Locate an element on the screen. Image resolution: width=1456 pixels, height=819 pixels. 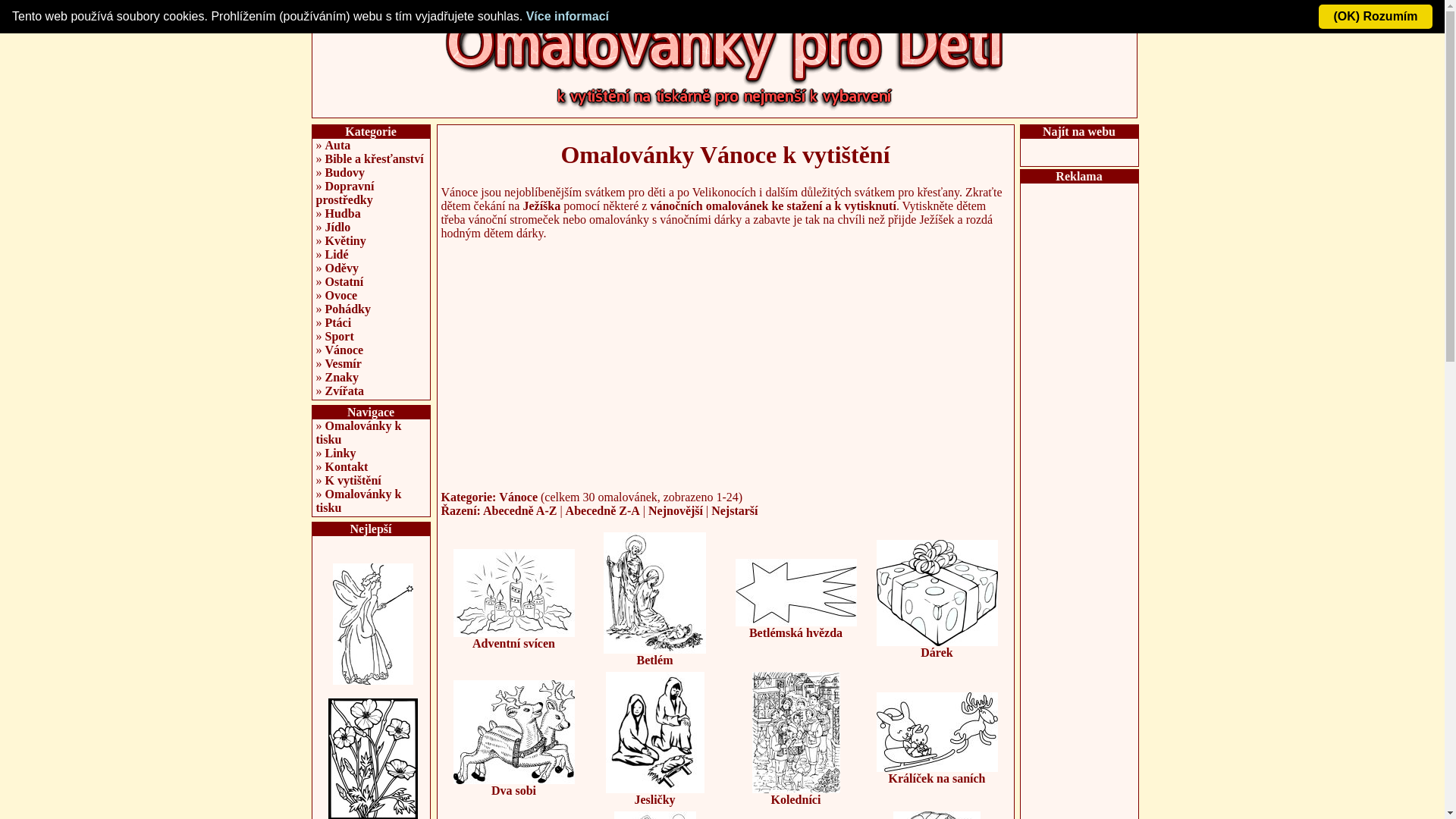
'Dva sobi' is located at coordinates (513, 731).